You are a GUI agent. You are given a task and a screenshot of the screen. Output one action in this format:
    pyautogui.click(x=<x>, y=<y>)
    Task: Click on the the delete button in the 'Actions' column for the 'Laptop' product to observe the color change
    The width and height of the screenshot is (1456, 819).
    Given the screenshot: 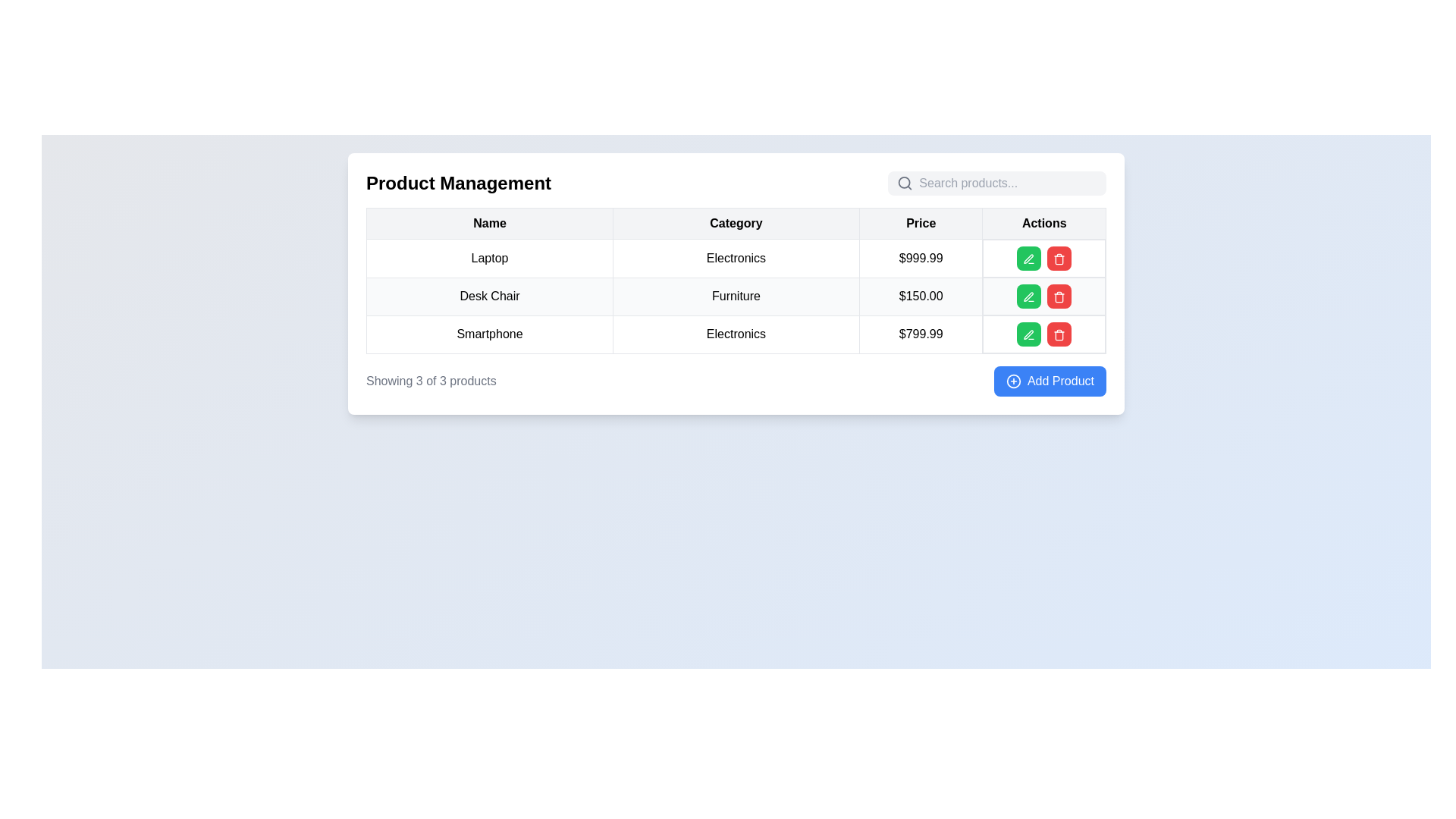 What is the action you would take?
    pyautogui.click(x=1059, y=257)
    